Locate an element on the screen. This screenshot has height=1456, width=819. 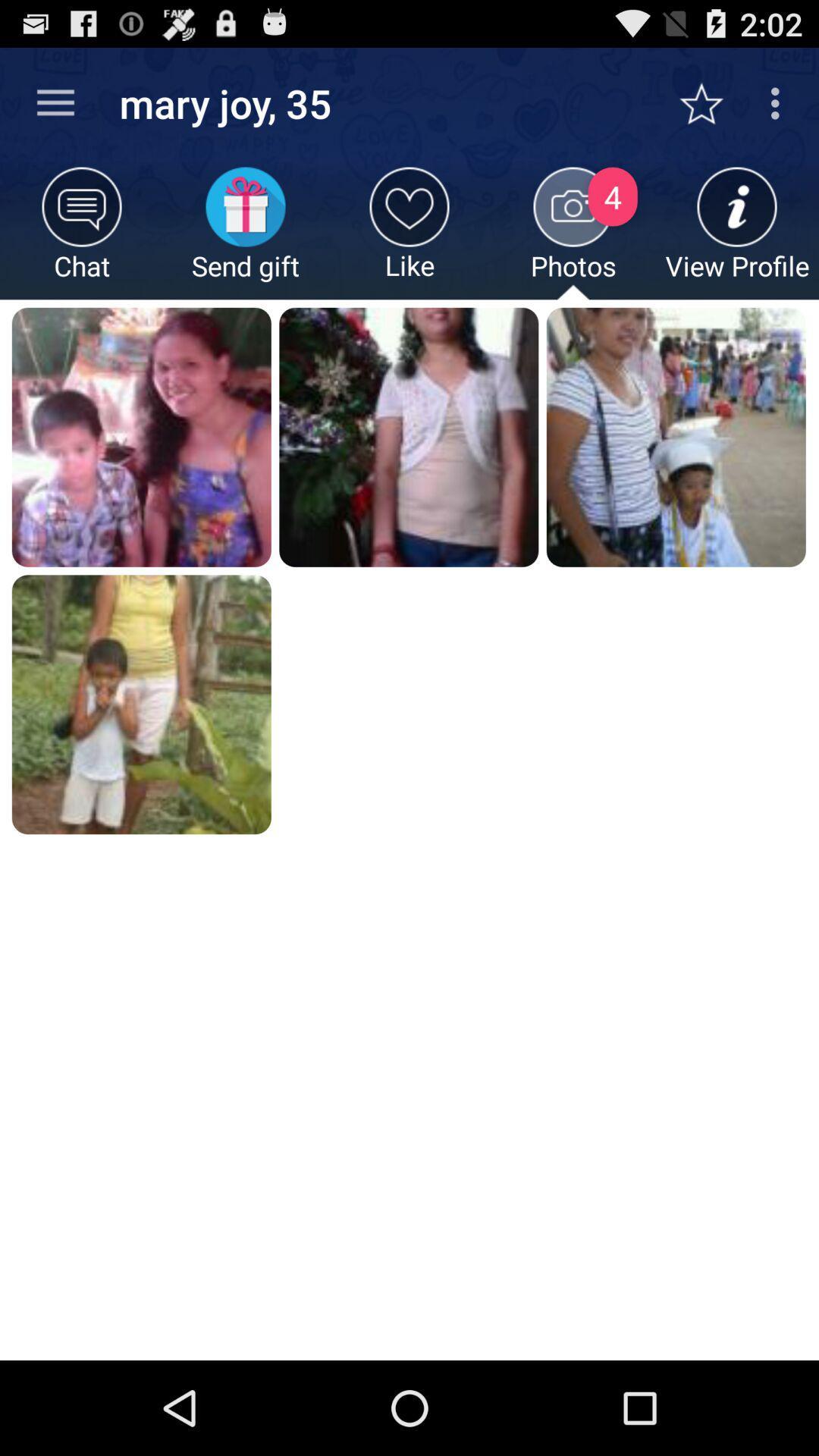
the icon above chat icon is located at coordinates (55, 102).